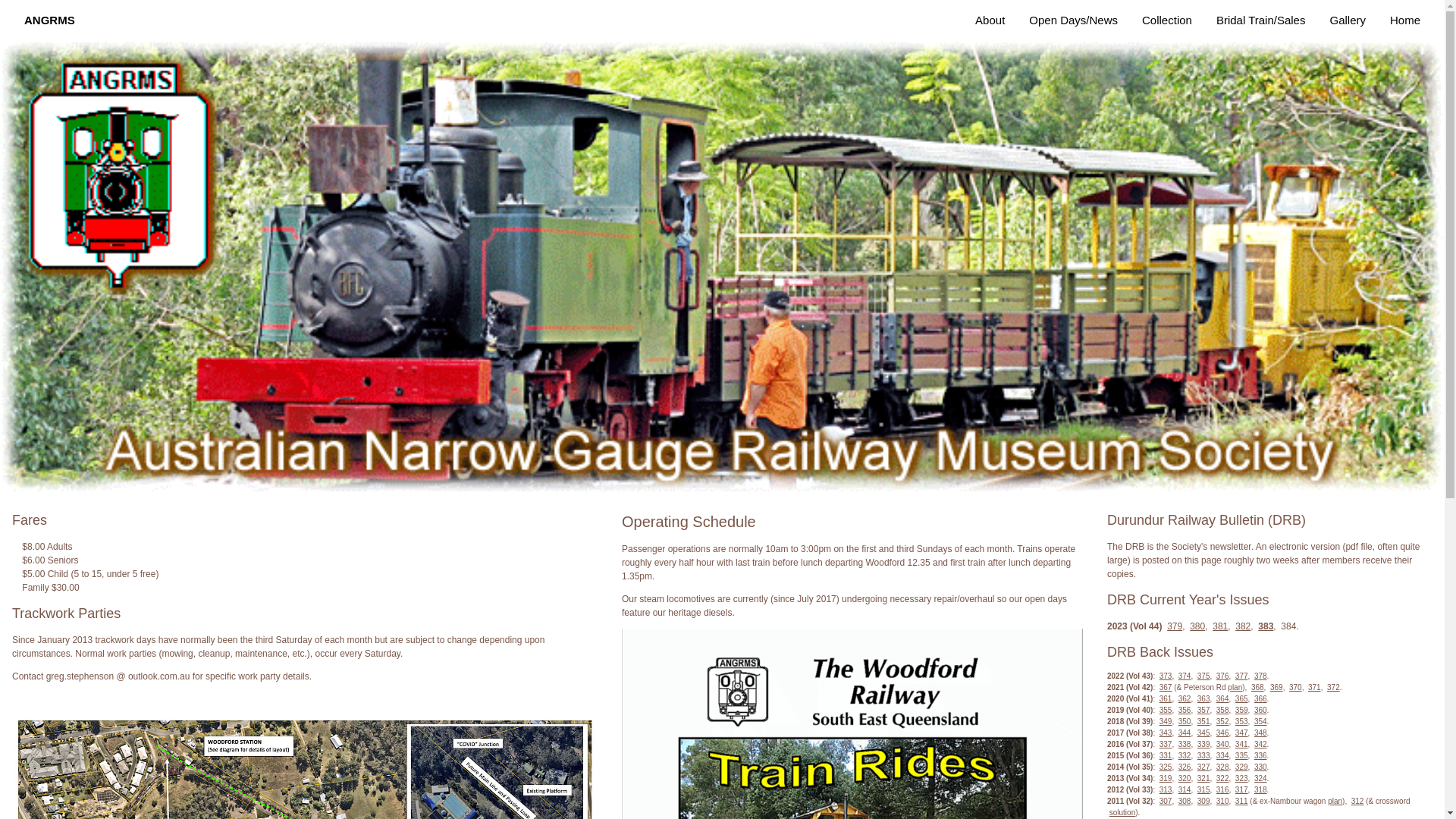 Image resolution: width=1456 pixels, height=819 pixels. I want to click on '363', so click(1203, 698).